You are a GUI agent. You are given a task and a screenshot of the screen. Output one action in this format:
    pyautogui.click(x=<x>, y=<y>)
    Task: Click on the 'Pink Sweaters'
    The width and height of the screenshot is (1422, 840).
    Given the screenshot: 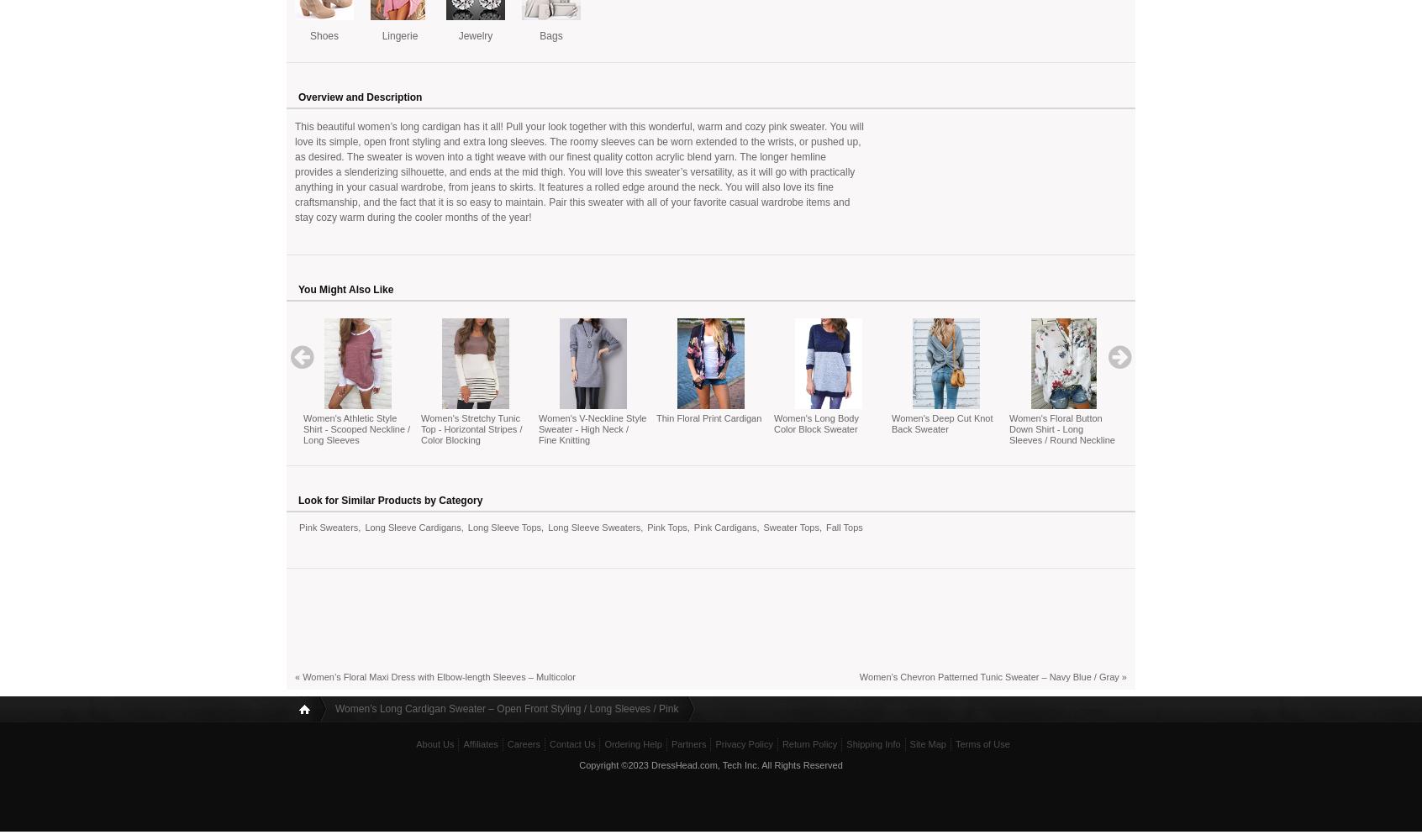 What is the action you would take?
    pyautogui.click(x=329, y=528)
    